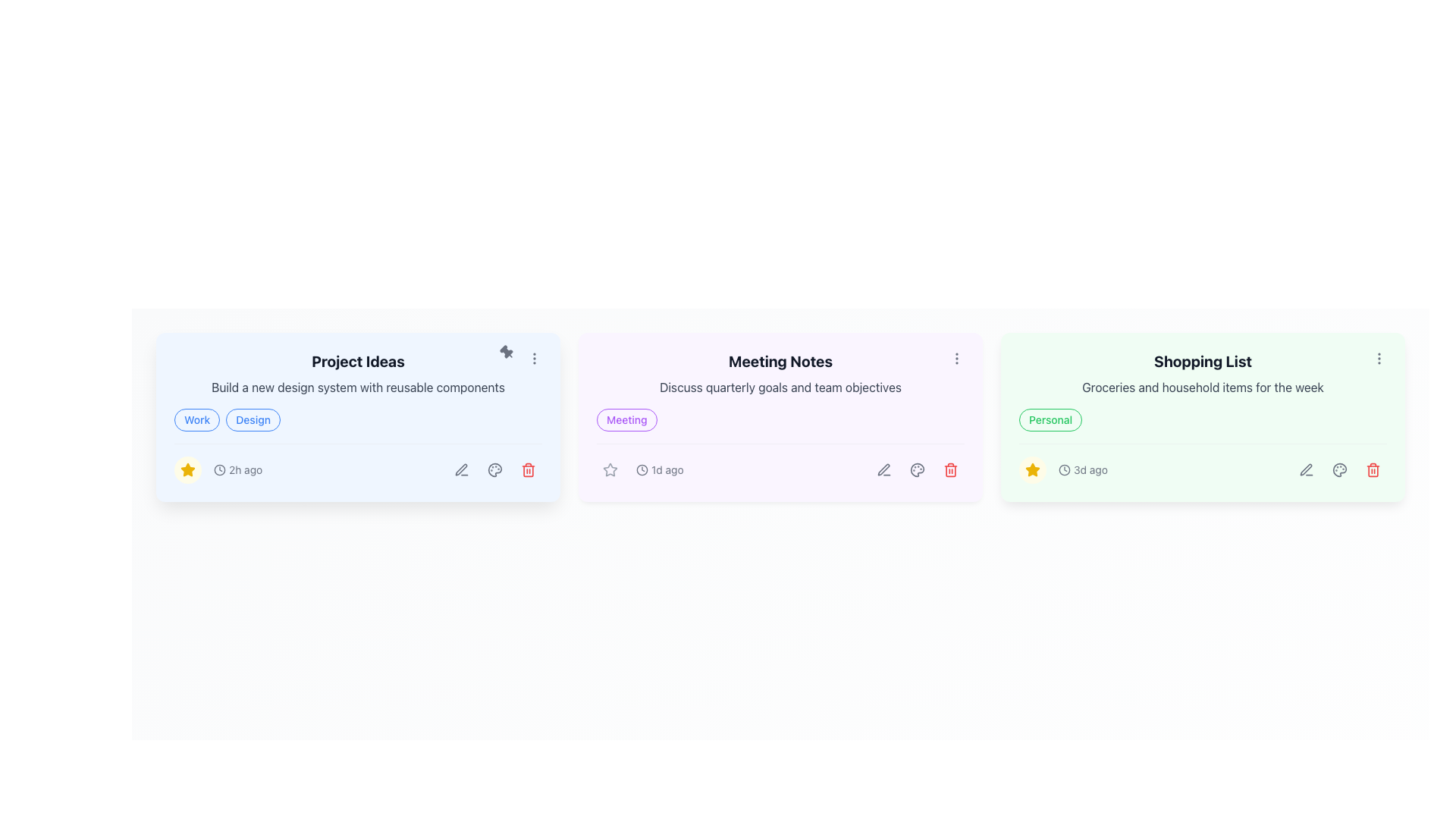 The image size is (1456, 819). Describe the element at coordinates (1373, 469) in the screenshot. I see `the deletion button located at the bottom-right of the 'Shopping List' card` at that location.